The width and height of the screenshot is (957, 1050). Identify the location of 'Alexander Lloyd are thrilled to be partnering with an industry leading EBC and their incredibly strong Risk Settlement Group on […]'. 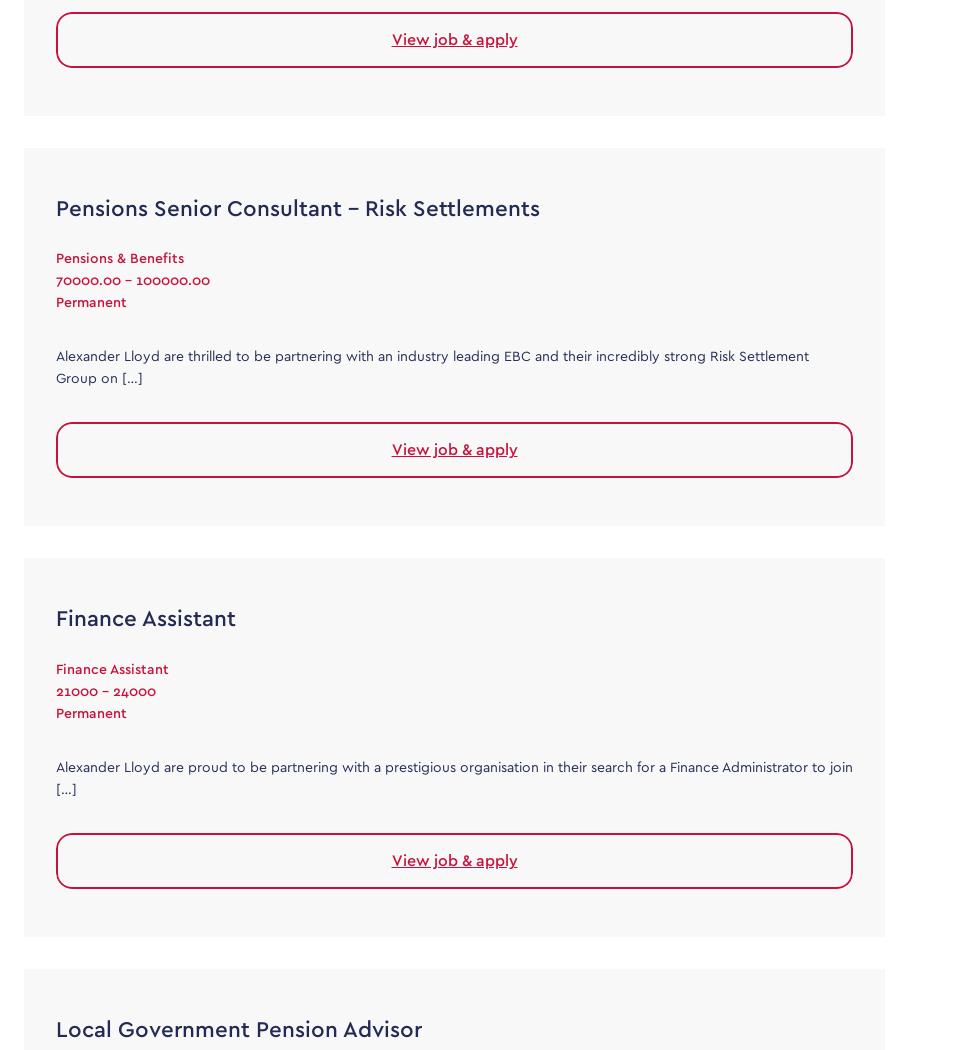
(431, 367).